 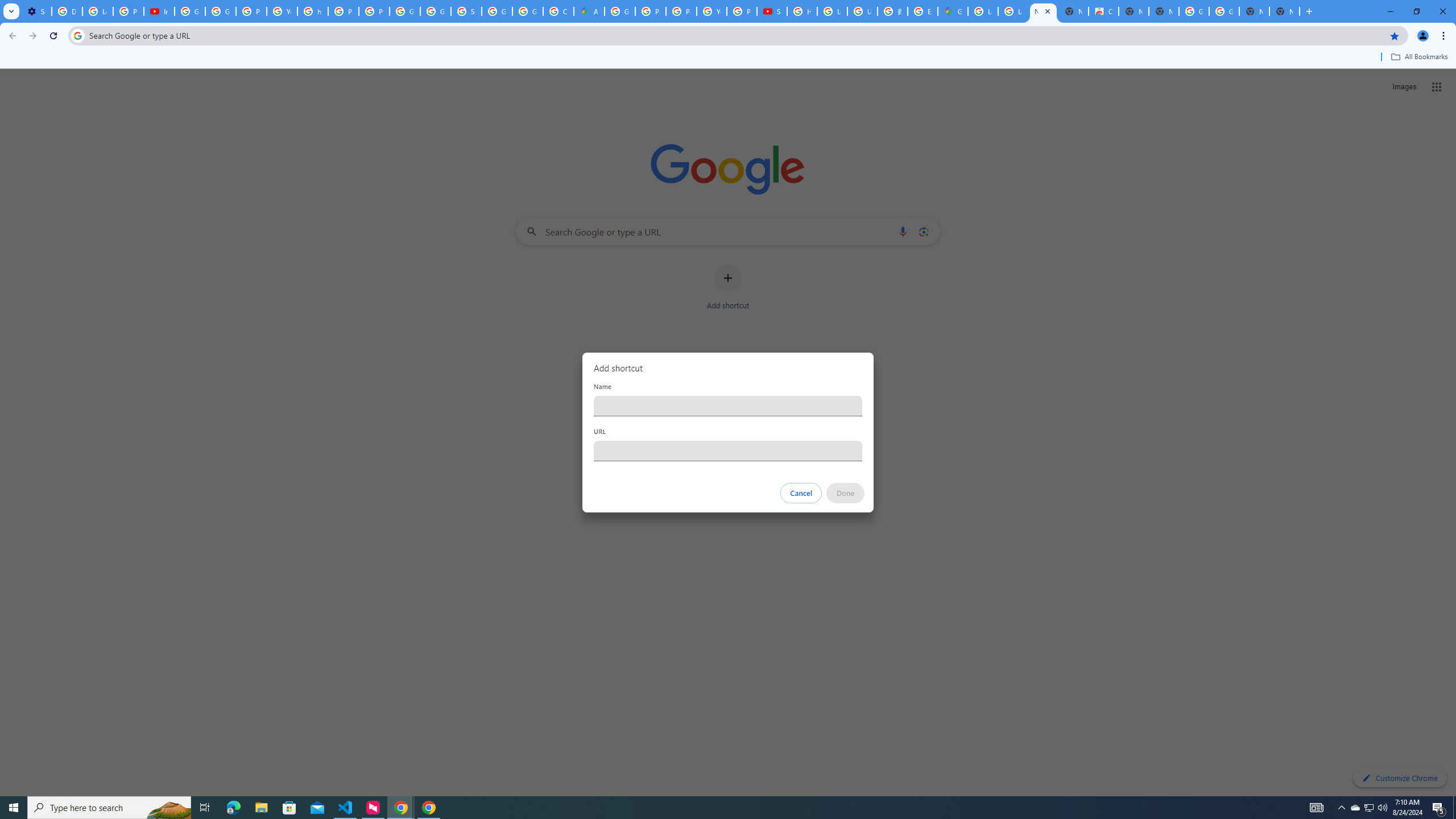 What do you see at coordinates (1103, 11) in the screenshot?
I see `'Chrome Web Store'` at bounding box center [1103, 11].